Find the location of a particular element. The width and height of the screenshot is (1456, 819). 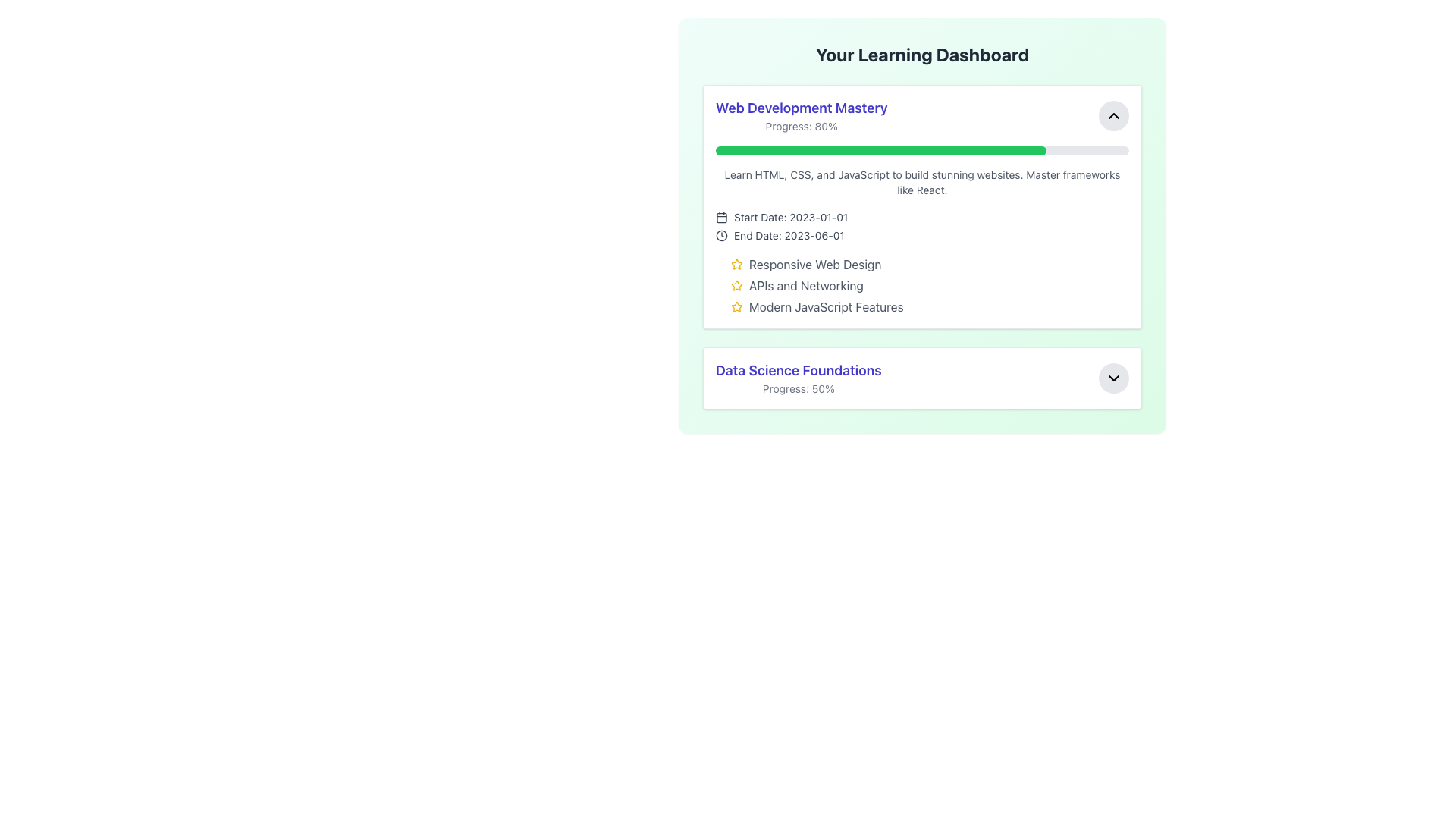

the text label displaying 'End Date: 2023-06-01' located within the 'Web Development Mastery' section of the dashboard, to the right of the clock icon is located at coordinates (789, 236).